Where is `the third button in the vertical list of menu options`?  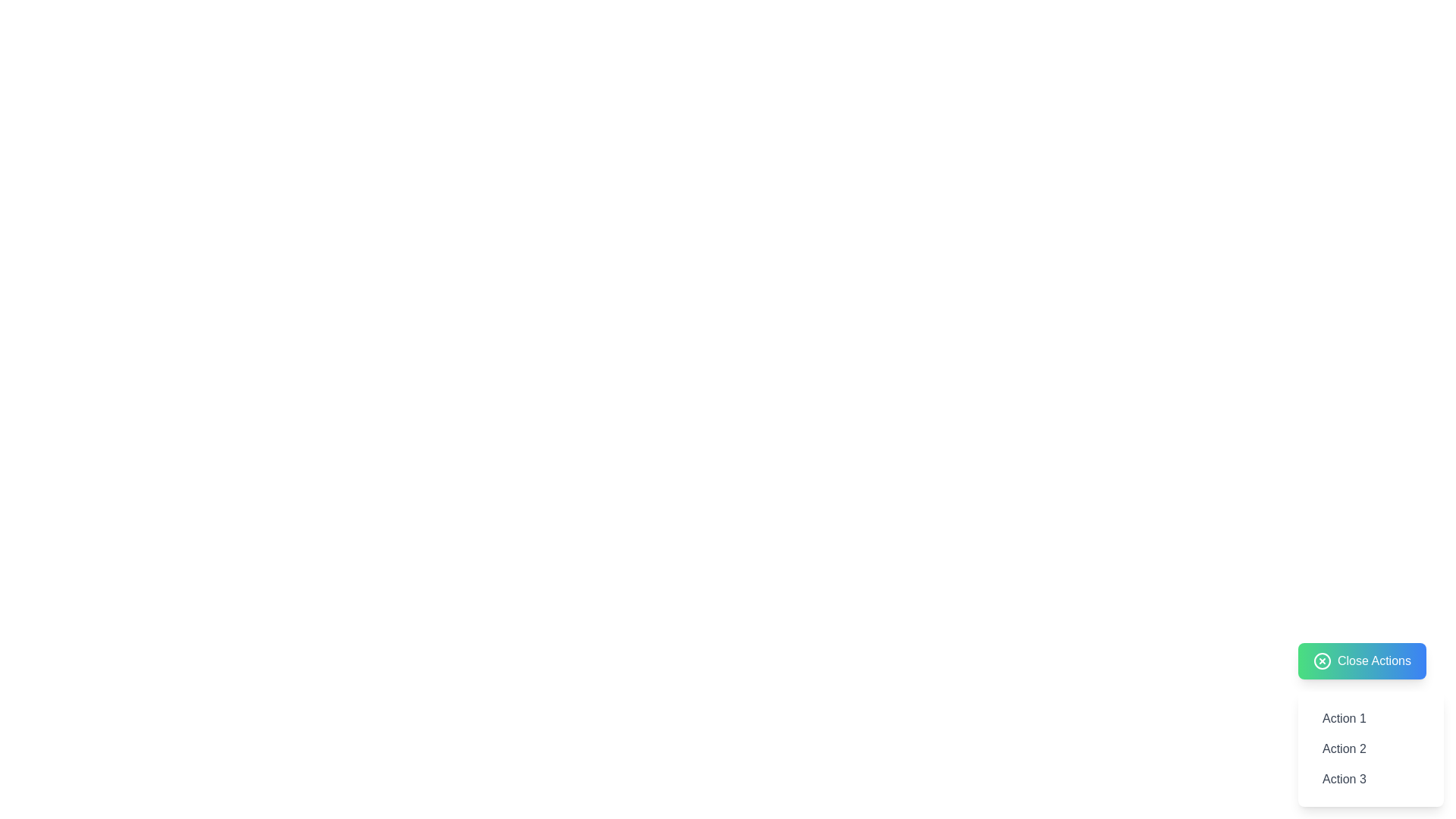
the third button in the vertical list of menu options is located at coordinates (1371, 780).